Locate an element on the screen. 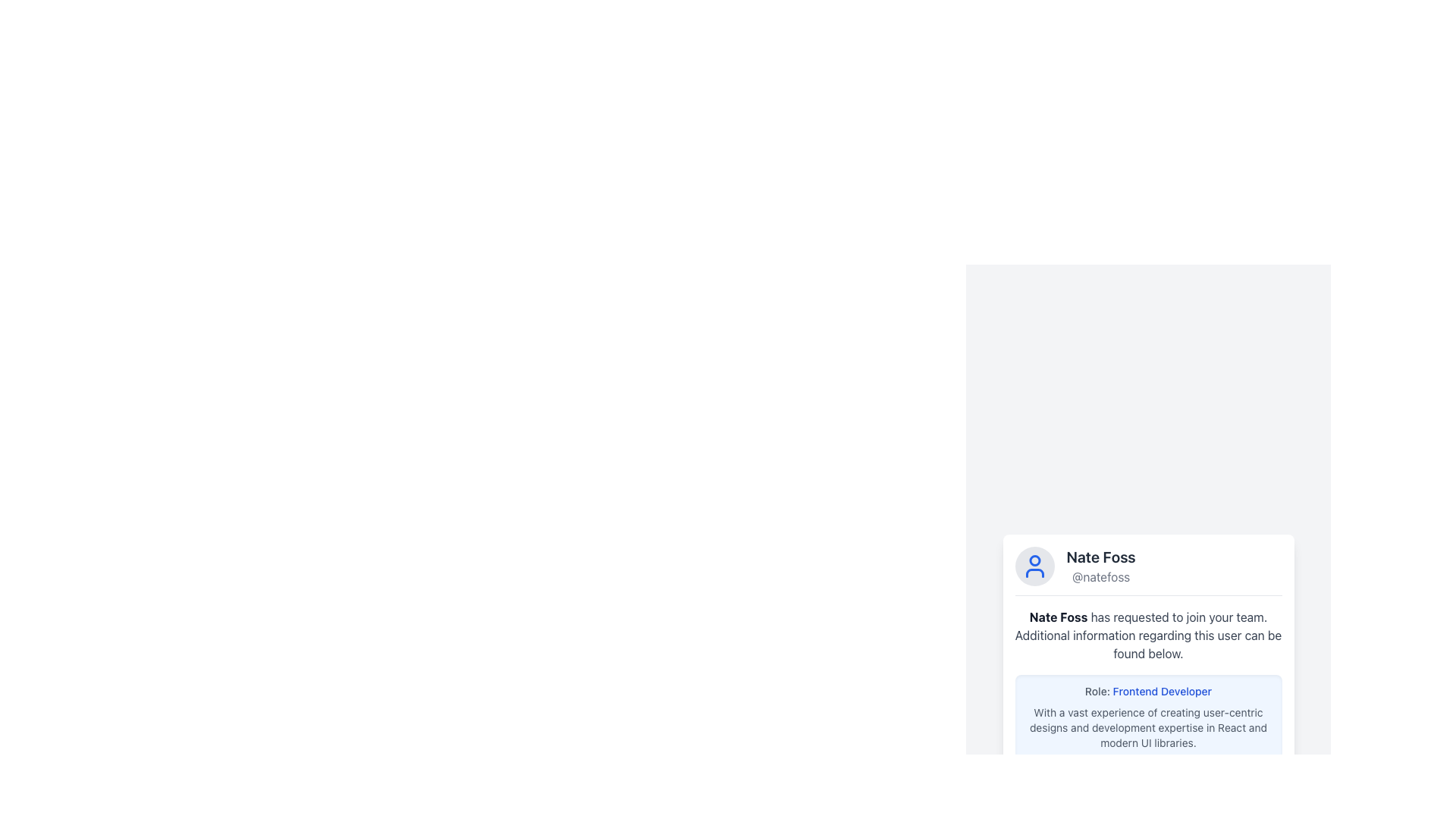 The width and height of the screenshot is (1456, 819). the hyperlink labeled 'Frontend Developer' in the informational text block that provides details about the user's role and expertise is located at coordinates (1148, 717).